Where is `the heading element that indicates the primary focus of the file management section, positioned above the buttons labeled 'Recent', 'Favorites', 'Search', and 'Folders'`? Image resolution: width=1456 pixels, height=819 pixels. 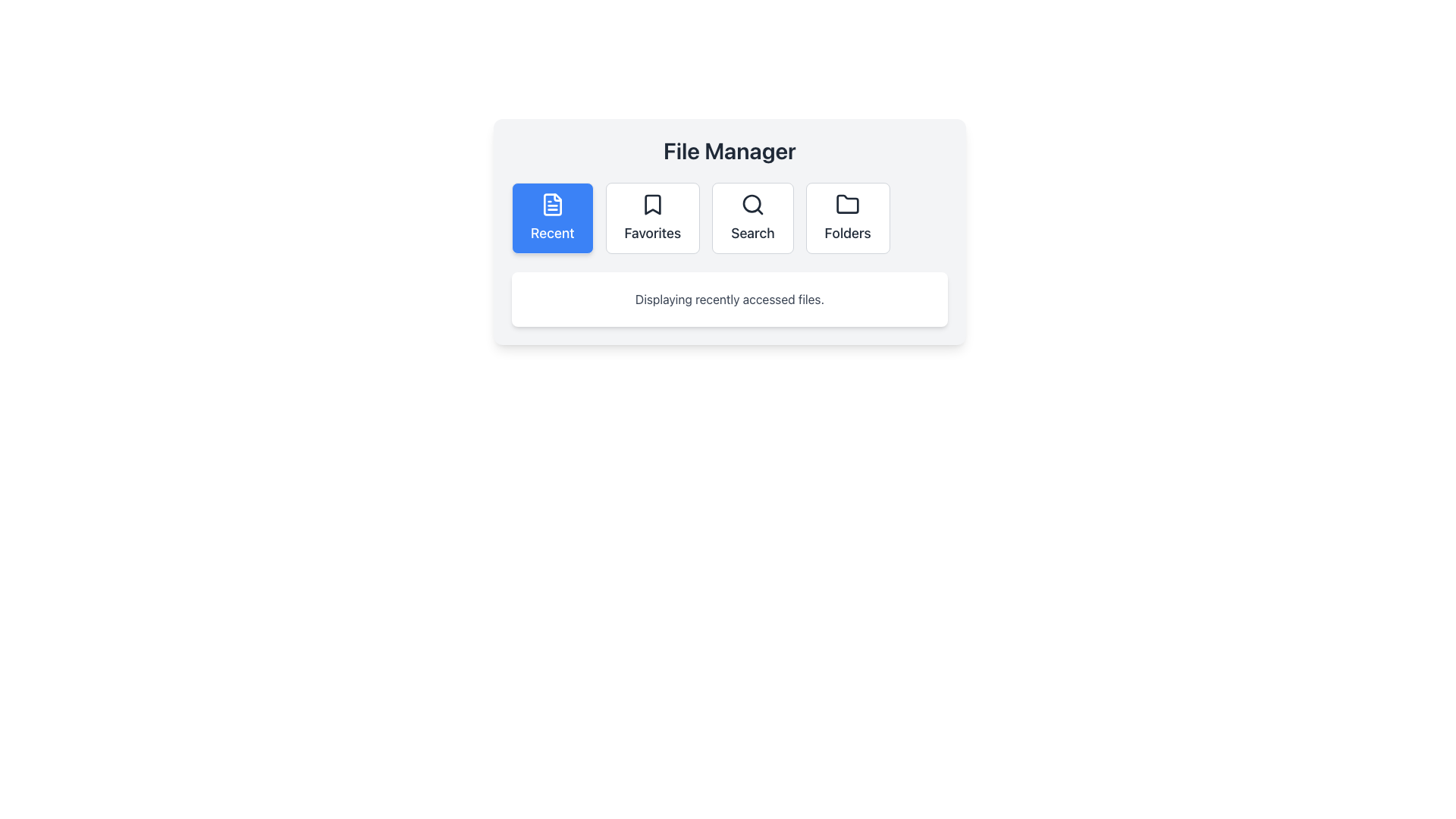 the heading element that indicates the primary focus of the file management section, positioned above the buttons labeled 'Recent', 'Favorites', 'Search', and 'Folders' is located at coordinates (730, 151).